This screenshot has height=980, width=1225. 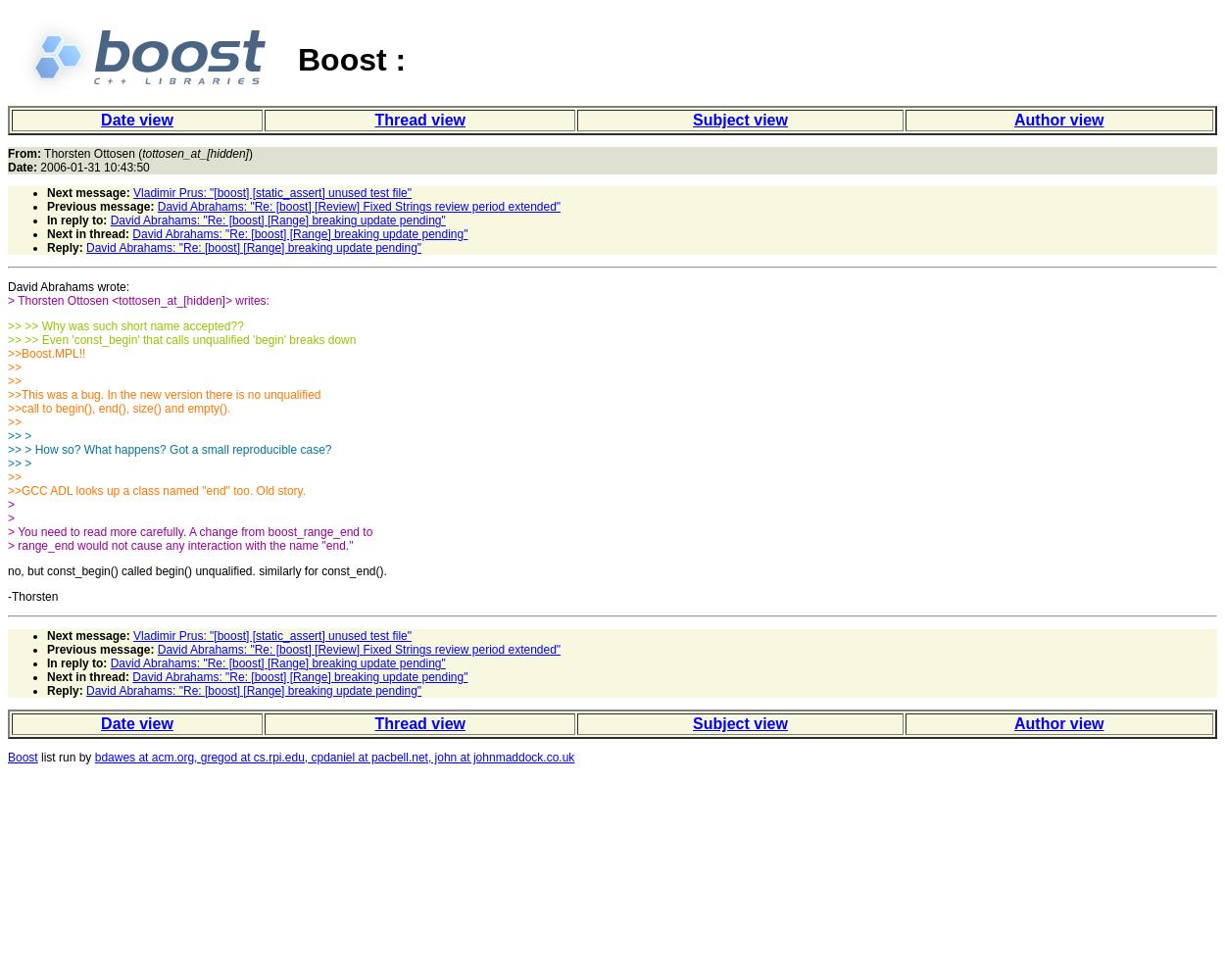 I want to click on 'tottosen_at_[hidden]', so click(x=194, y=154).